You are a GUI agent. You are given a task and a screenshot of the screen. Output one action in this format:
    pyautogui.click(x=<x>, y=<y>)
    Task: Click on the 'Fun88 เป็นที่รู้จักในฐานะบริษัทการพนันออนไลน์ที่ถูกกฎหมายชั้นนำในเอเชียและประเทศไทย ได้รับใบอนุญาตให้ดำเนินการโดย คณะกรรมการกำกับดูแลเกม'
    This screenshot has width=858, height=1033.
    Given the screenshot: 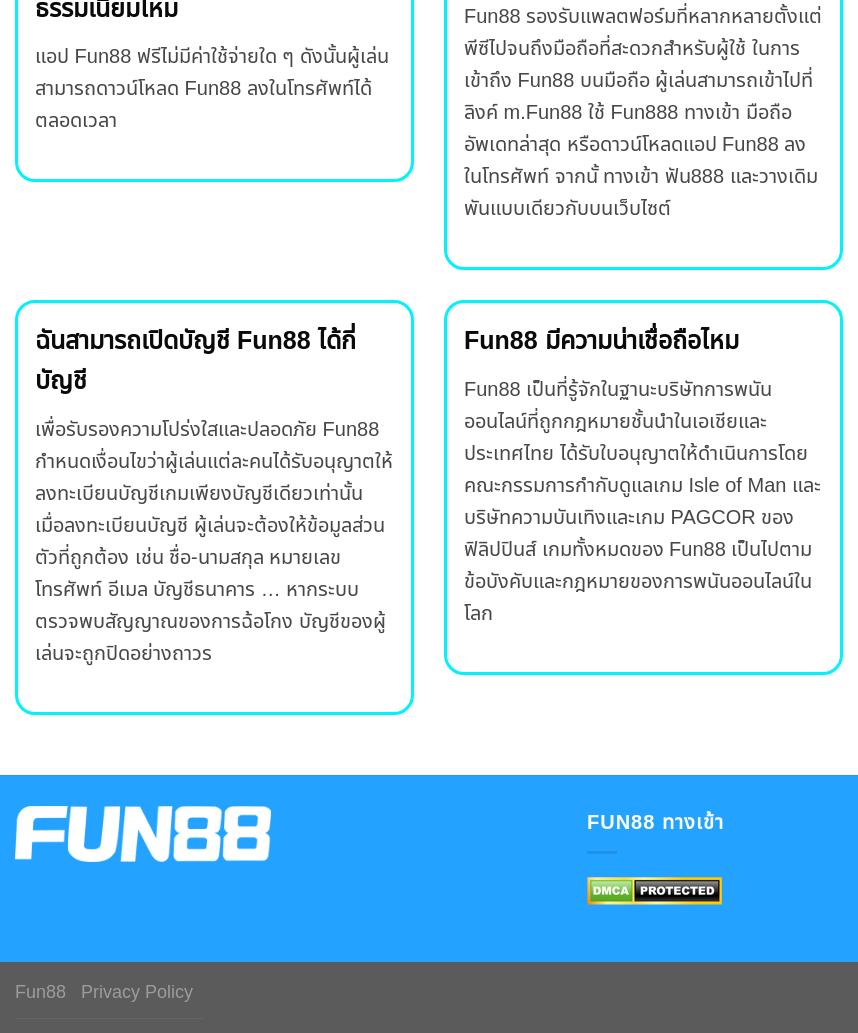 What is the action you would take?
    pyautogui.click(x=635, y=436)
    